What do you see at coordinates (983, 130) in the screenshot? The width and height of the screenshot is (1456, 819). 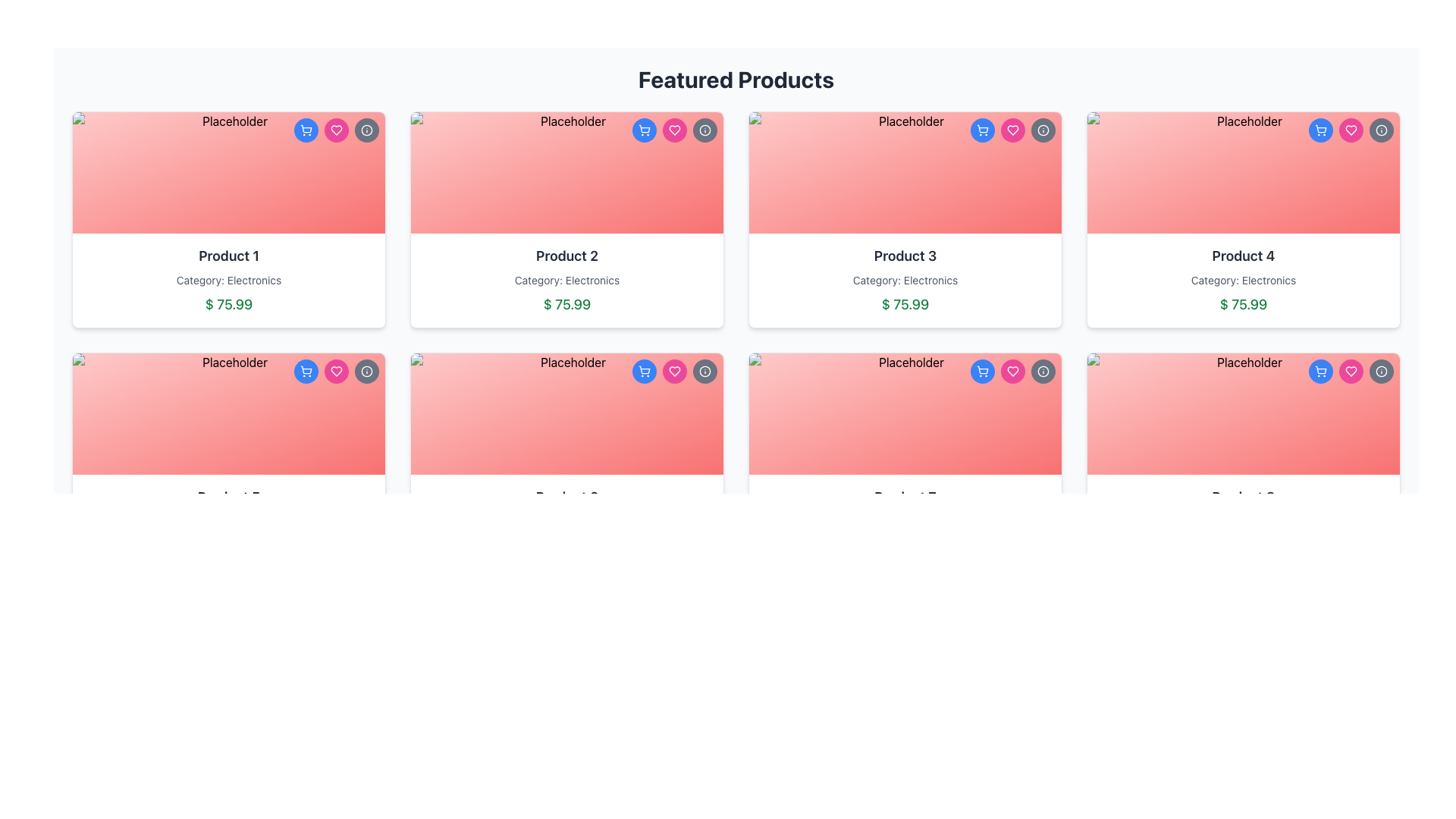 I see `the shopping cart icon for 'Product 3'` at bounding box center [983, 130].